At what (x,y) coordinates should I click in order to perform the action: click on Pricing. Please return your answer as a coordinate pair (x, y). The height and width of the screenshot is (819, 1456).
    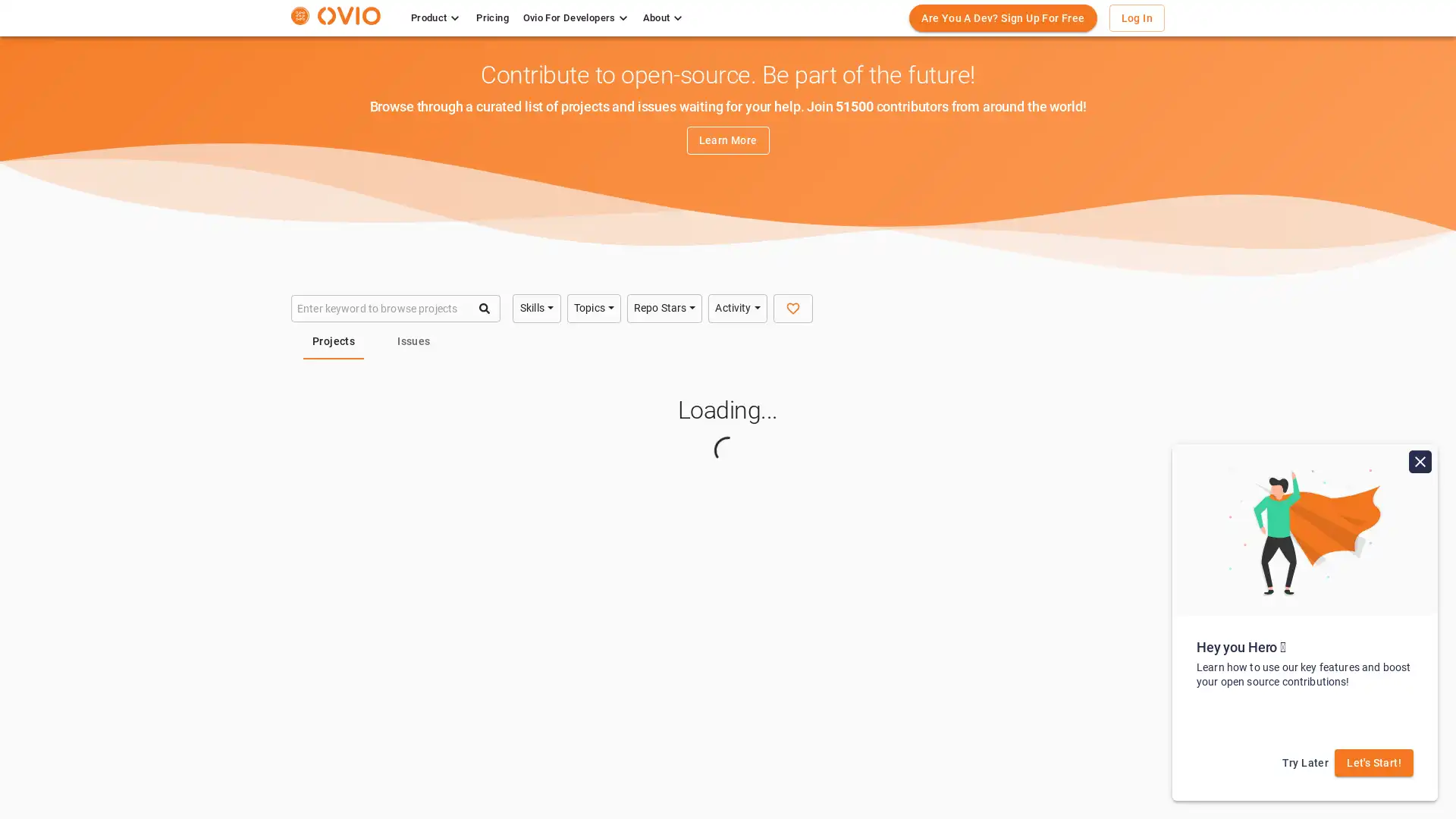
    Looking at the image, I should click on (491, 17).